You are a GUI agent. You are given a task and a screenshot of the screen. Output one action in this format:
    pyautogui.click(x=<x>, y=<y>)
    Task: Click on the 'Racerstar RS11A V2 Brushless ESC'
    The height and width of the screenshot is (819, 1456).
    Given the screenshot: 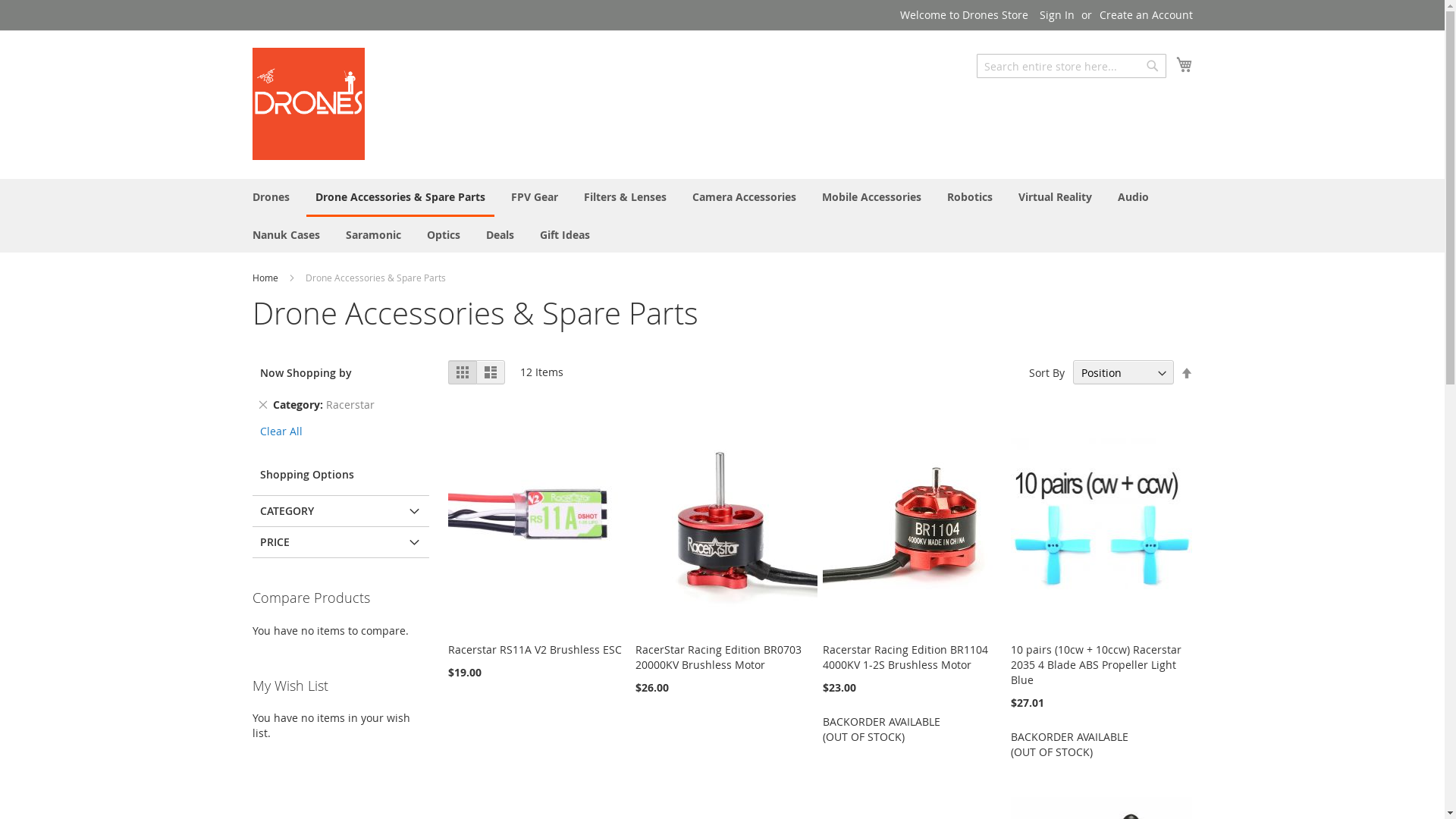 What is the action you would take?
    pyautogui.click(x=535, y=648)
    